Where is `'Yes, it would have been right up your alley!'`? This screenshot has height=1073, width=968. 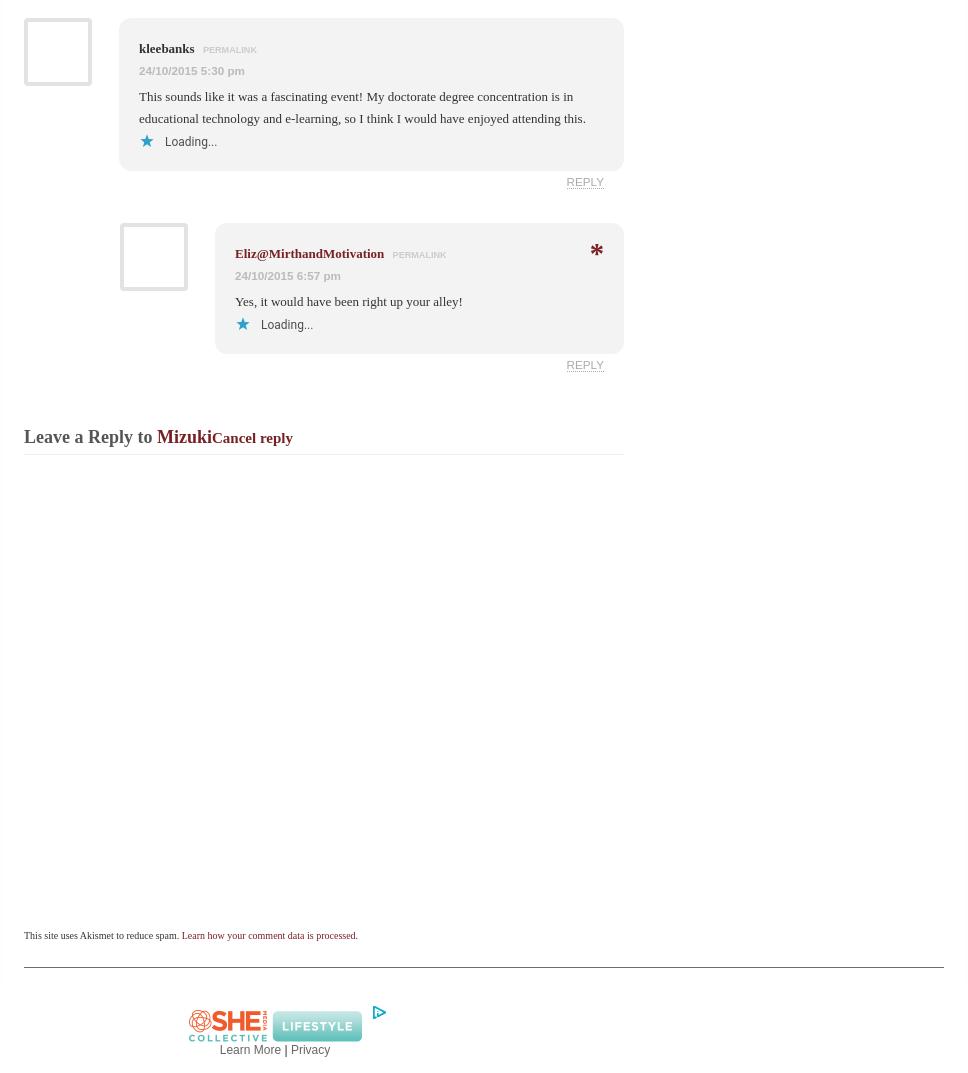 'Yes, it would have been right up your alley!' is located at coordinates (348, 300).